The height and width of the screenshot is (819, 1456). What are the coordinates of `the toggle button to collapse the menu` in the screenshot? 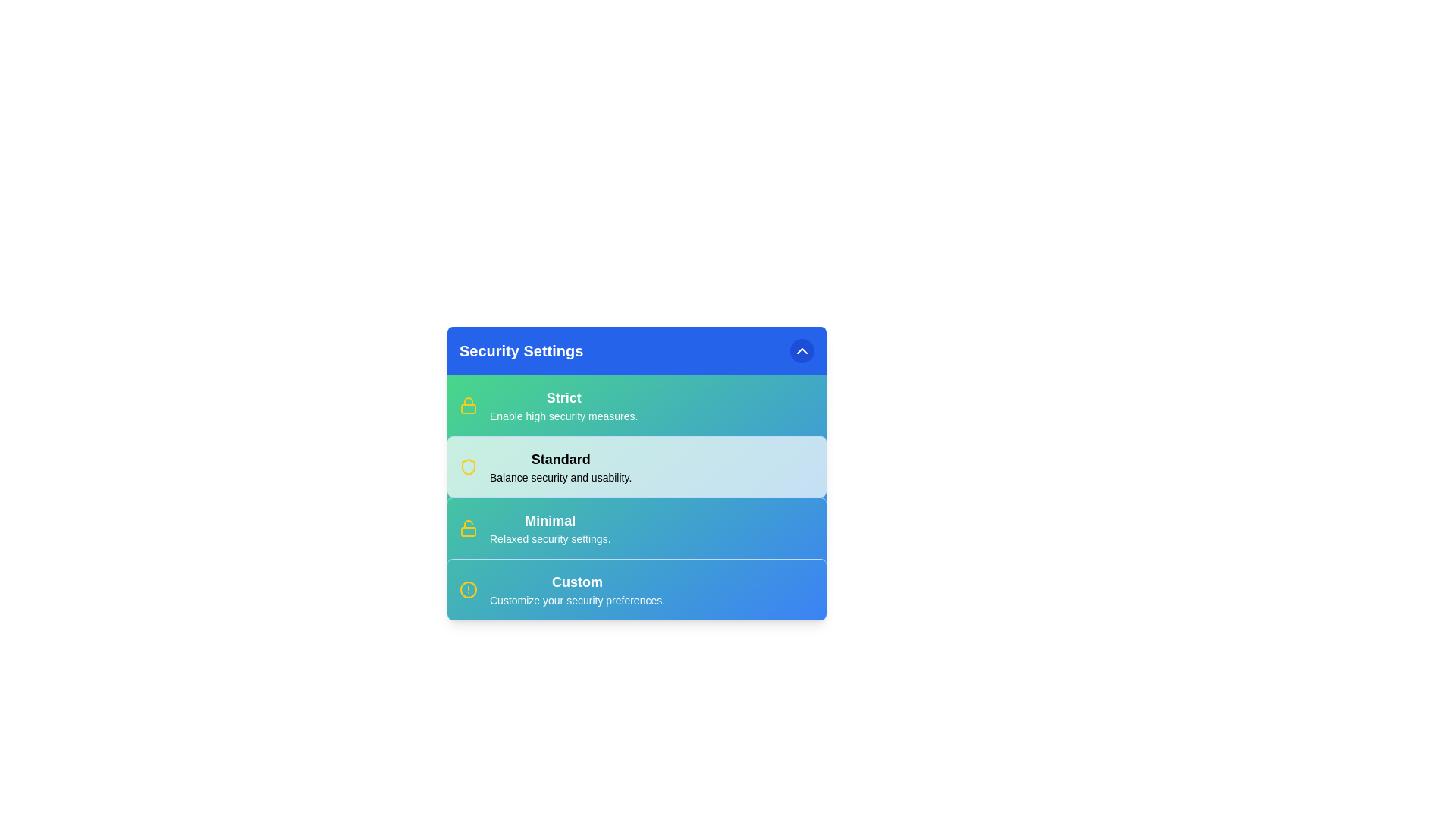 It's located at (801, 350).